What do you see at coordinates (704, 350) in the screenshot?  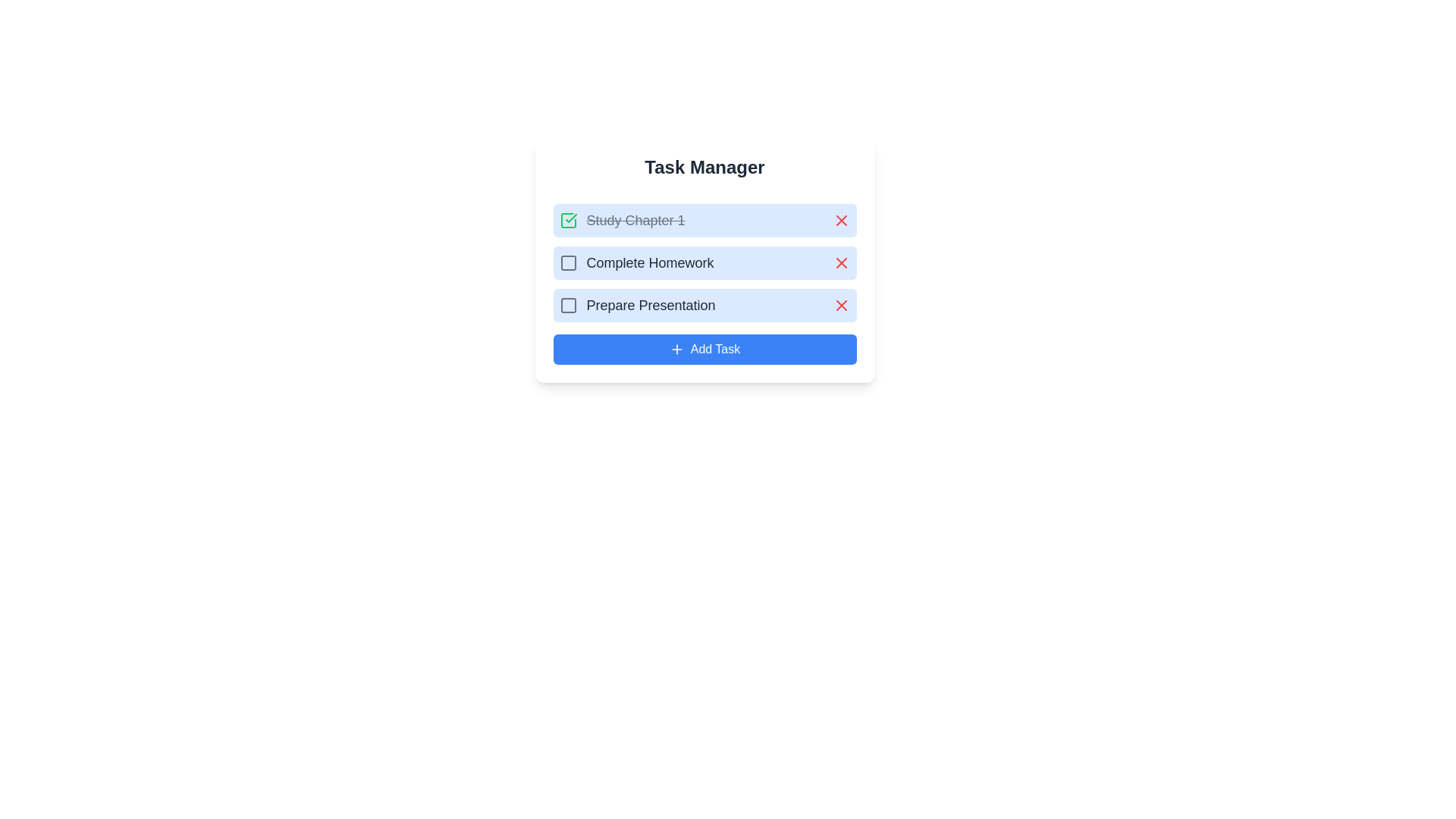 I see `the 'Add Task' button located at the bottom of the task manager panel to change its background color` at bounding box center [704, 350].